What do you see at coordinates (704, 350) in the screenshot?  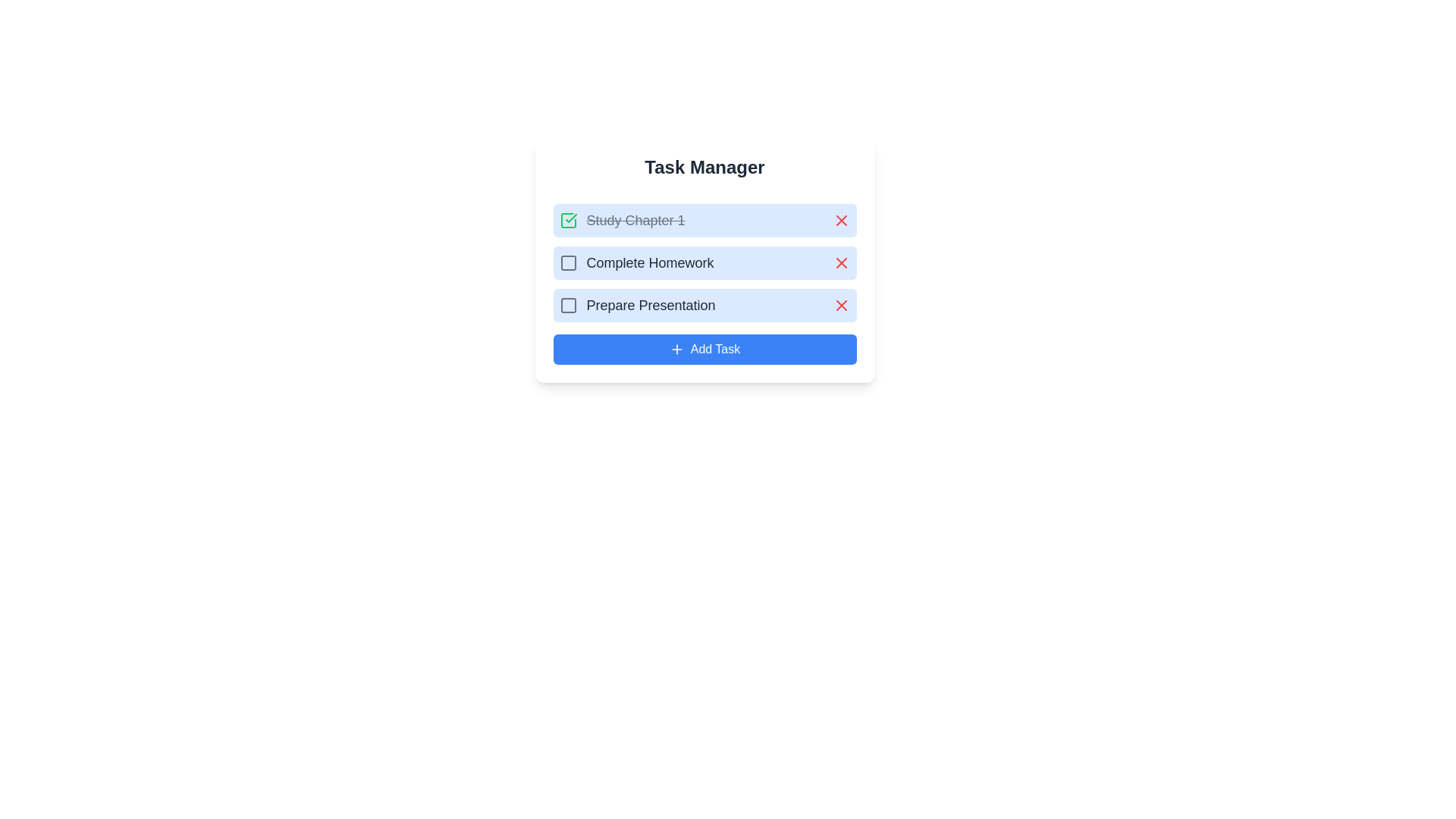 I see `the 'Add Task' button located at the bottom of the task manager panel to change its background color` at bounding box center [704, 350].